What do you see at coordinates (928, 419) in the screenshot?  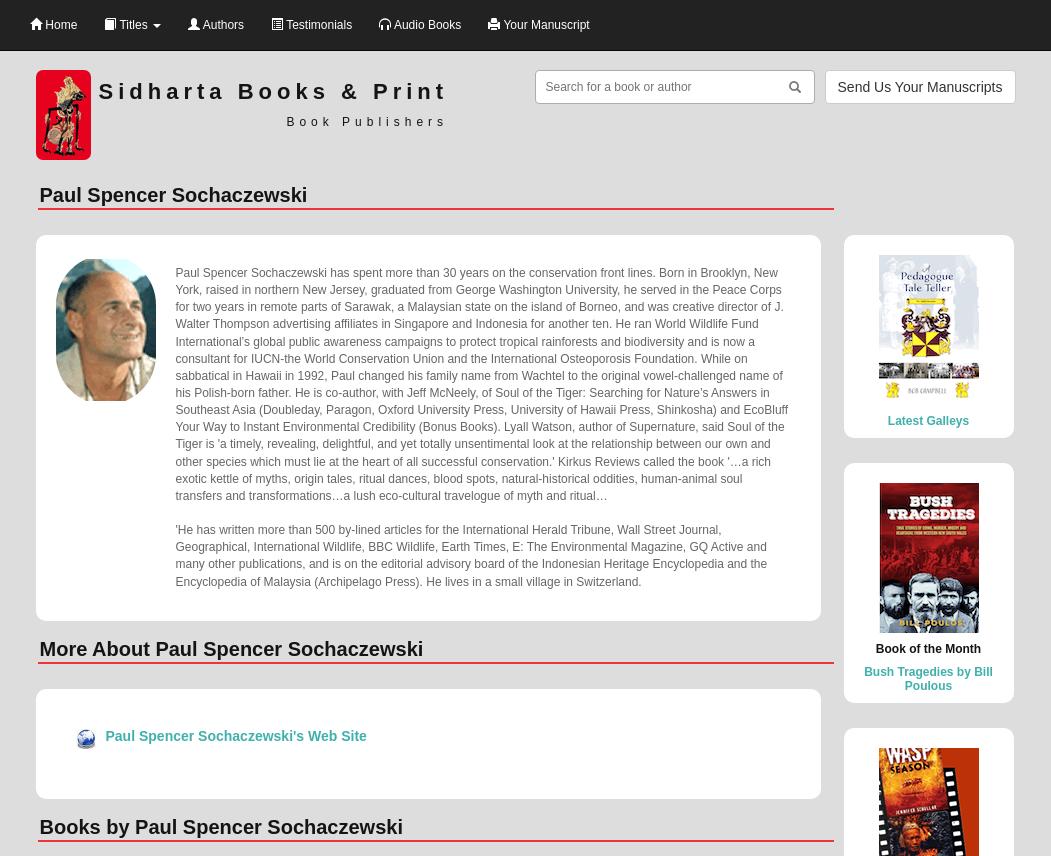 I see `'Latest Galleys'` at bounding box center [928, 419].